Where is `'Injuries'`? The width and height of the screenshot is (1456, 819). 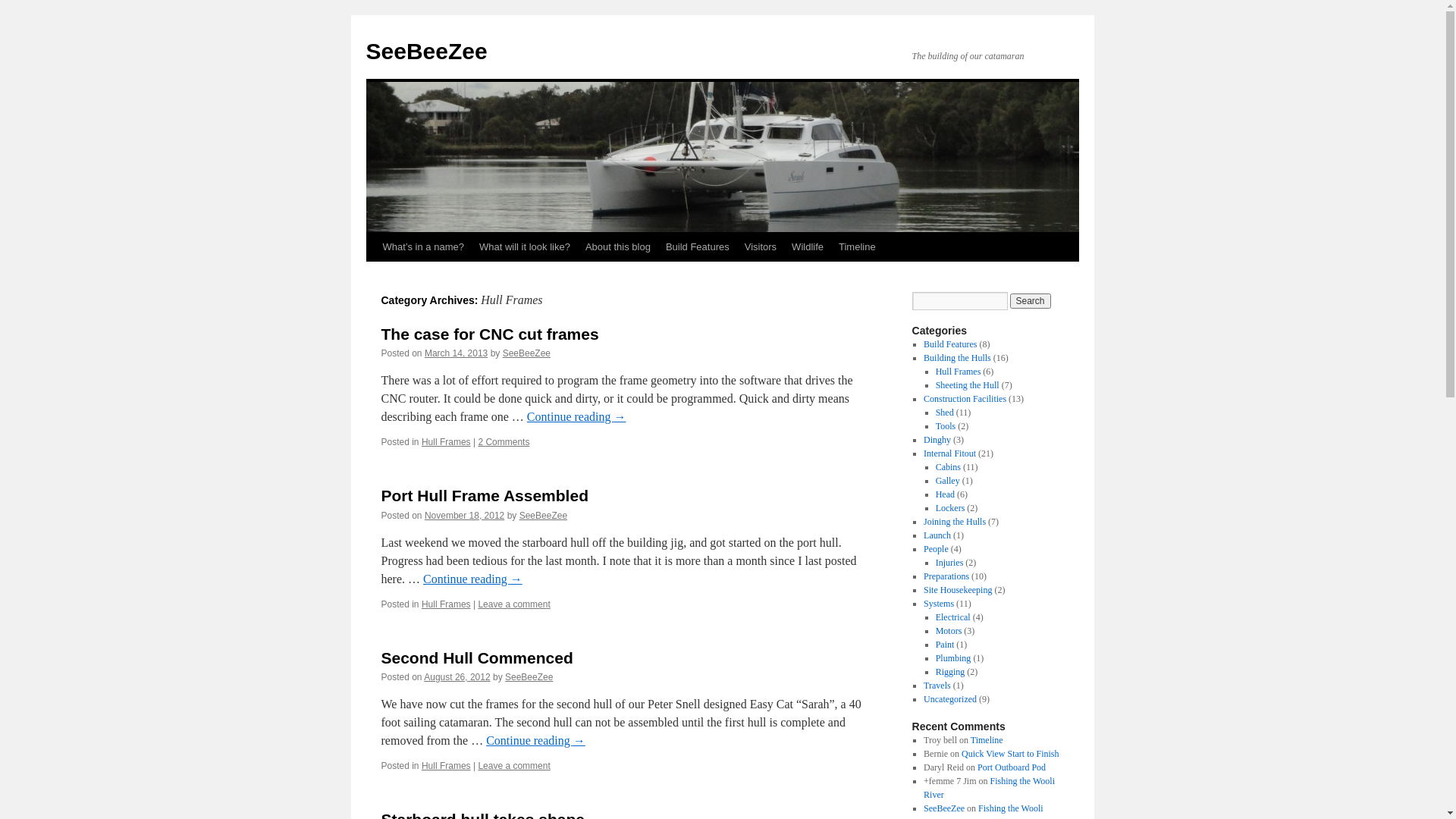
'Injuries' is located at coordinates (949, 562).